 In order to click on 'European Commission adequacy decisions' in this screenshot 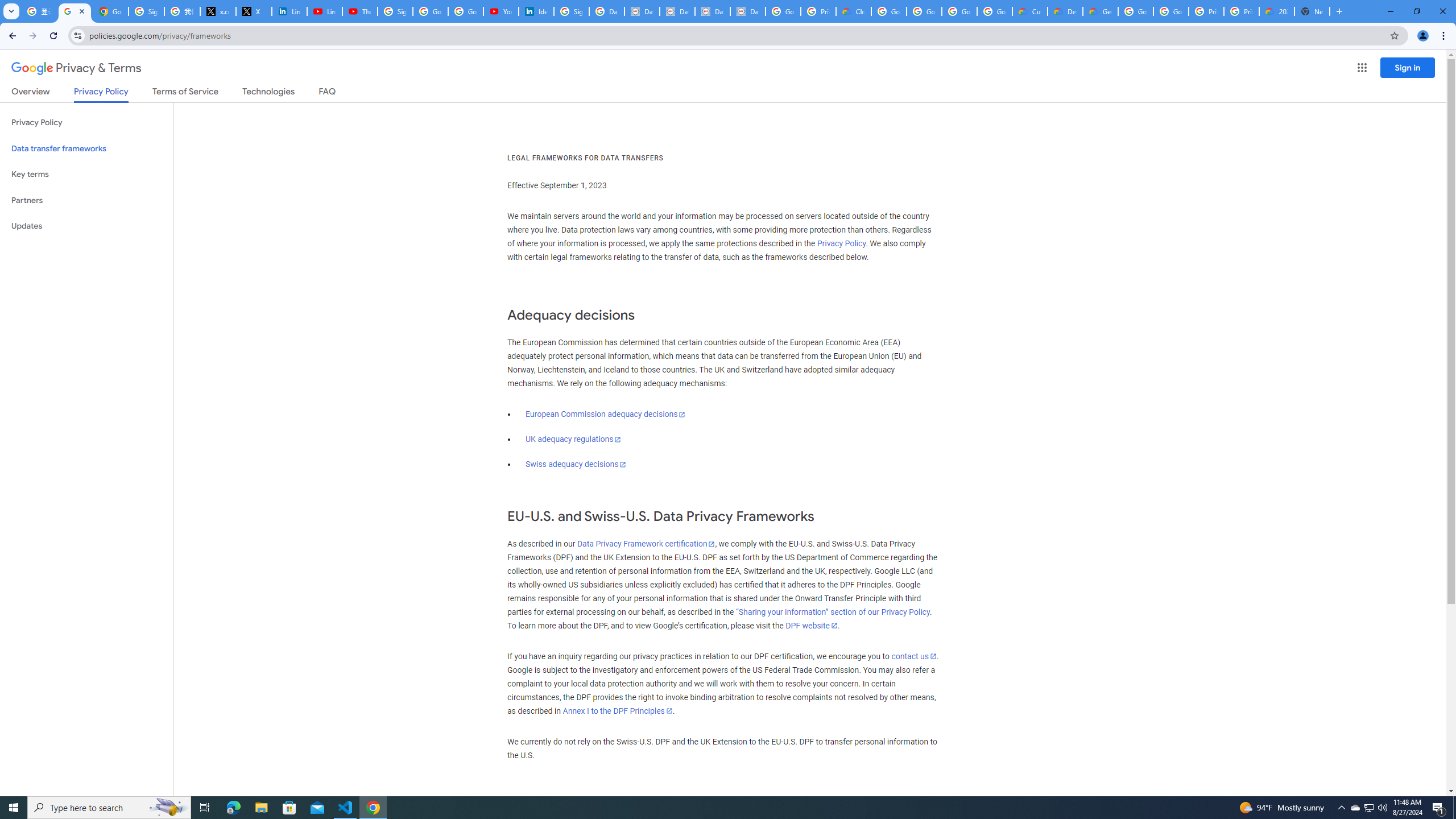, I will do `click(605, 413)`.